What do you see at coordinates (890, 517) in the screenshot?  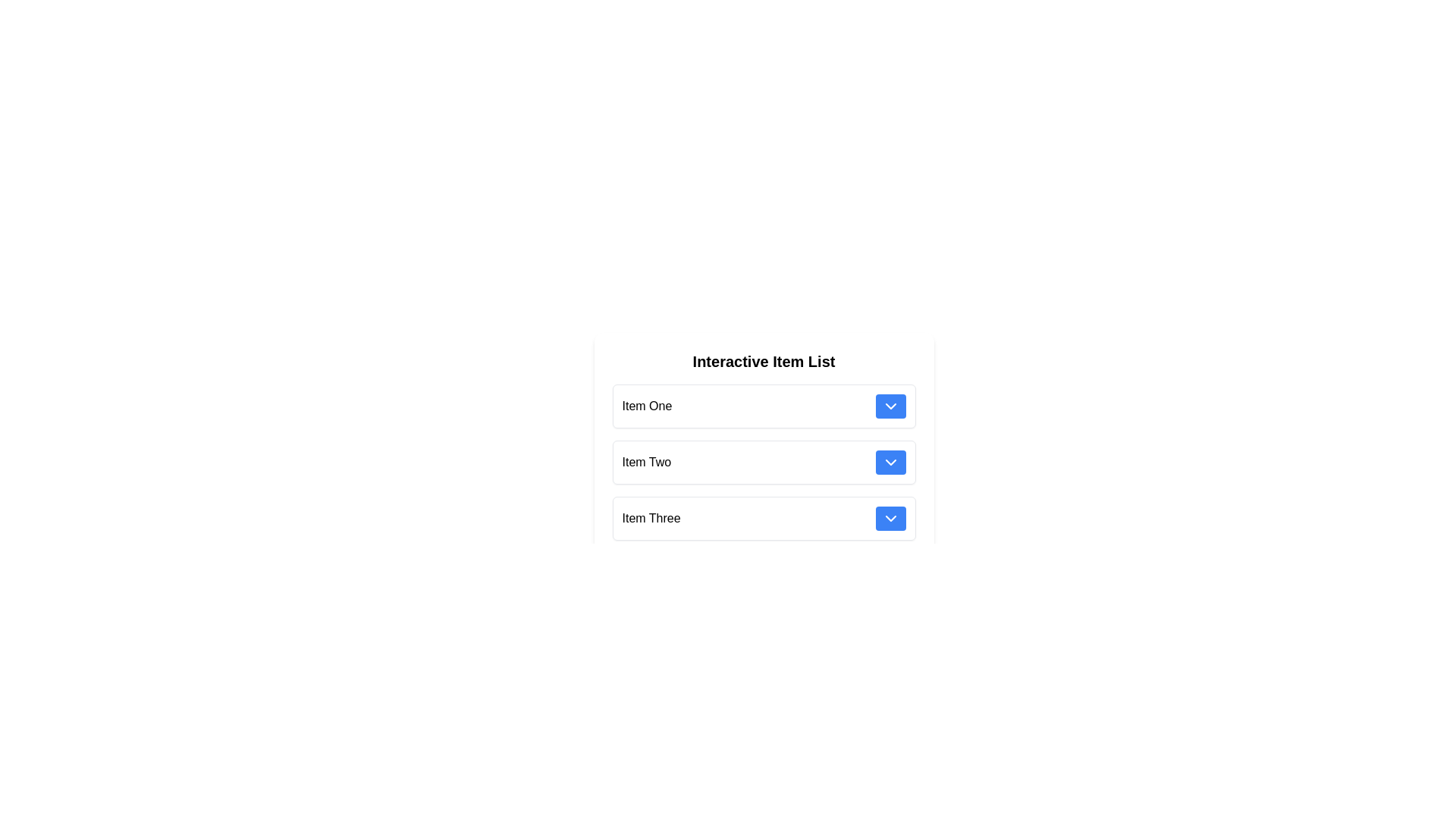 I see `the downward-pointing chevron icon located within the blue rectangular button of the 'Item Three' row` at bounding box center [890, 517].